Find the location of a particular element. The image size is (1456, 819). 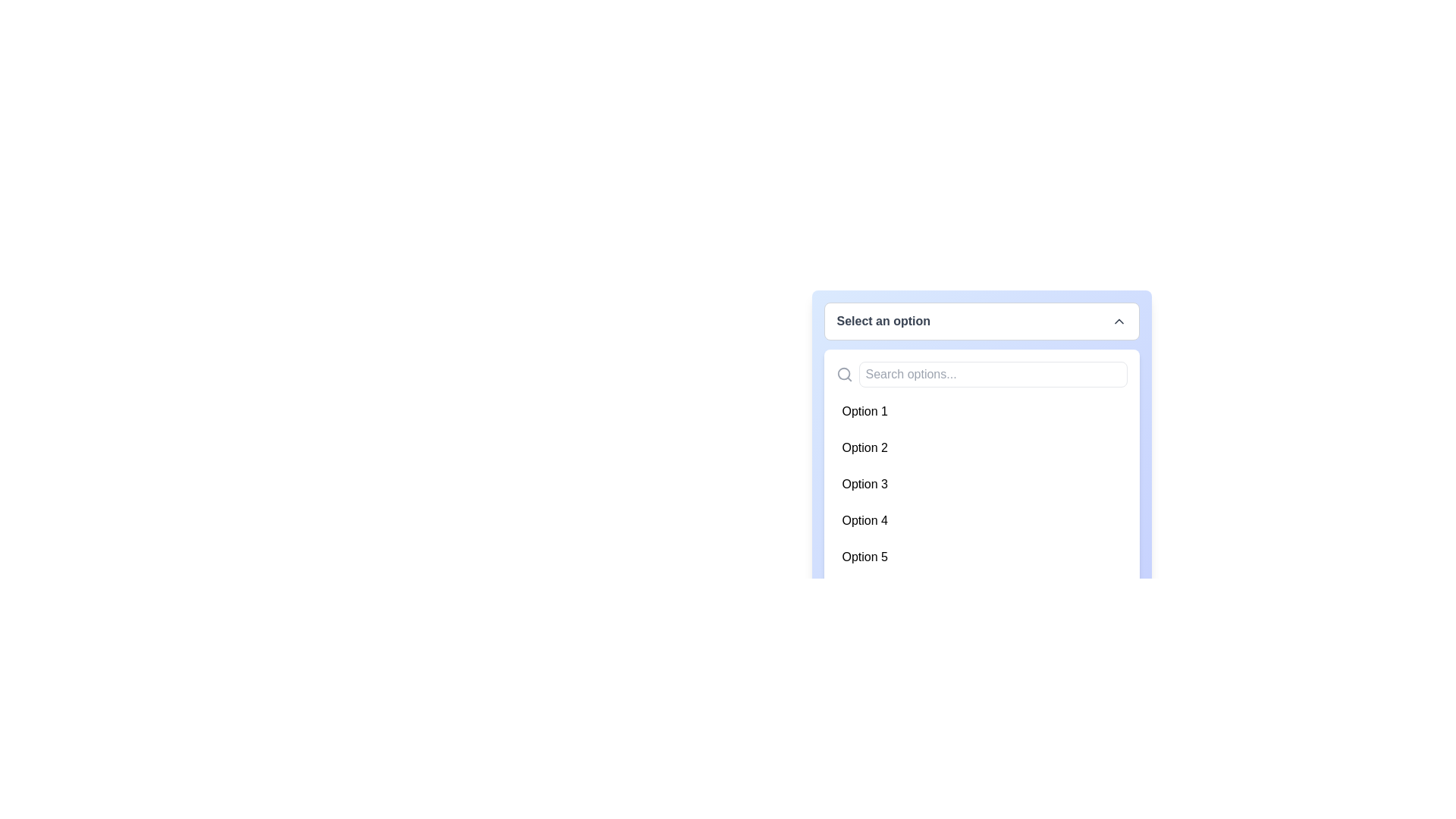

the list item labeled 'Option 3' is located at coordinates (981, 485).